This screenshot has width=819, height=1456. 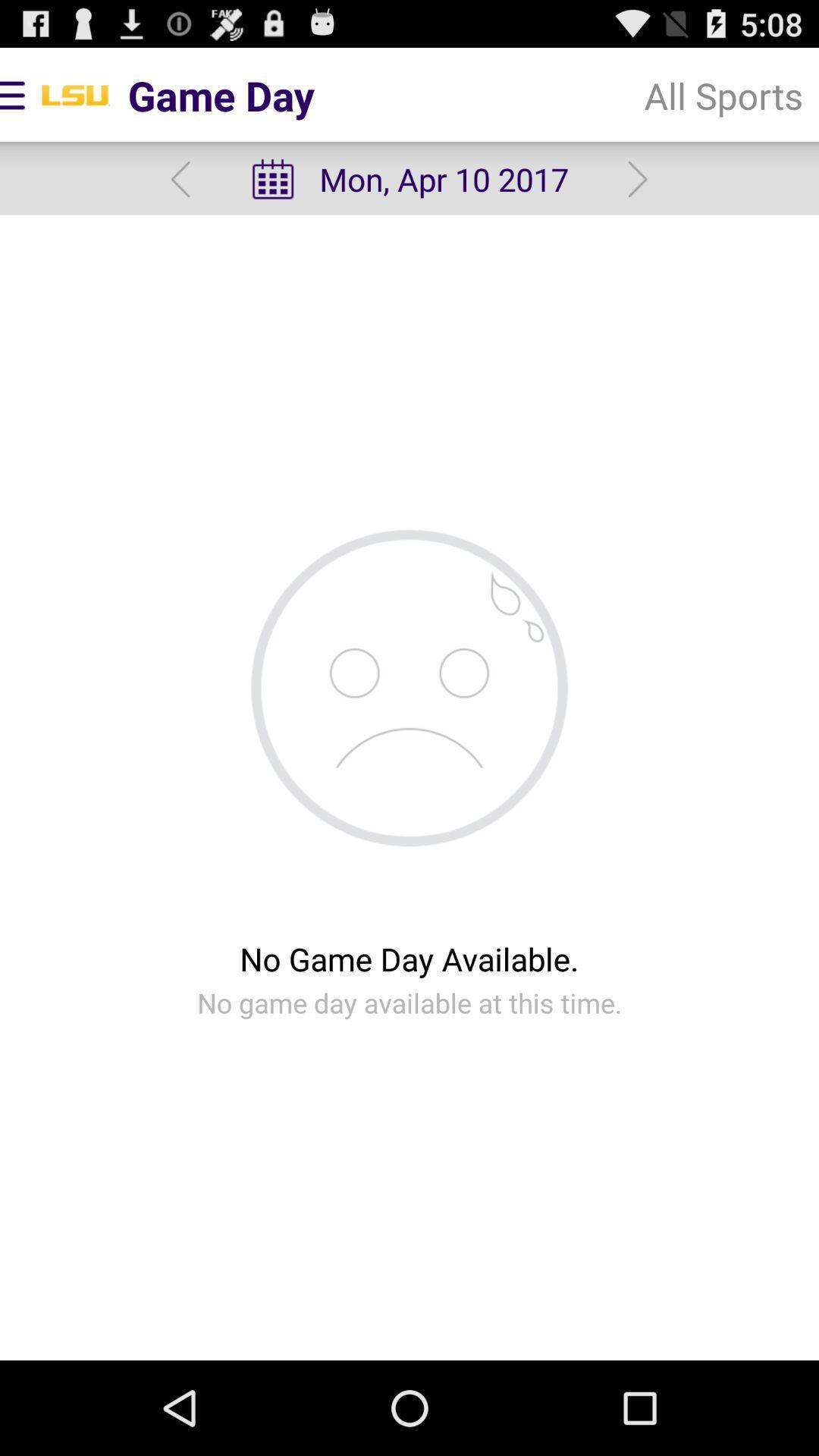 I want to click on mon apr 10 icon, so click(x=408, y=179).